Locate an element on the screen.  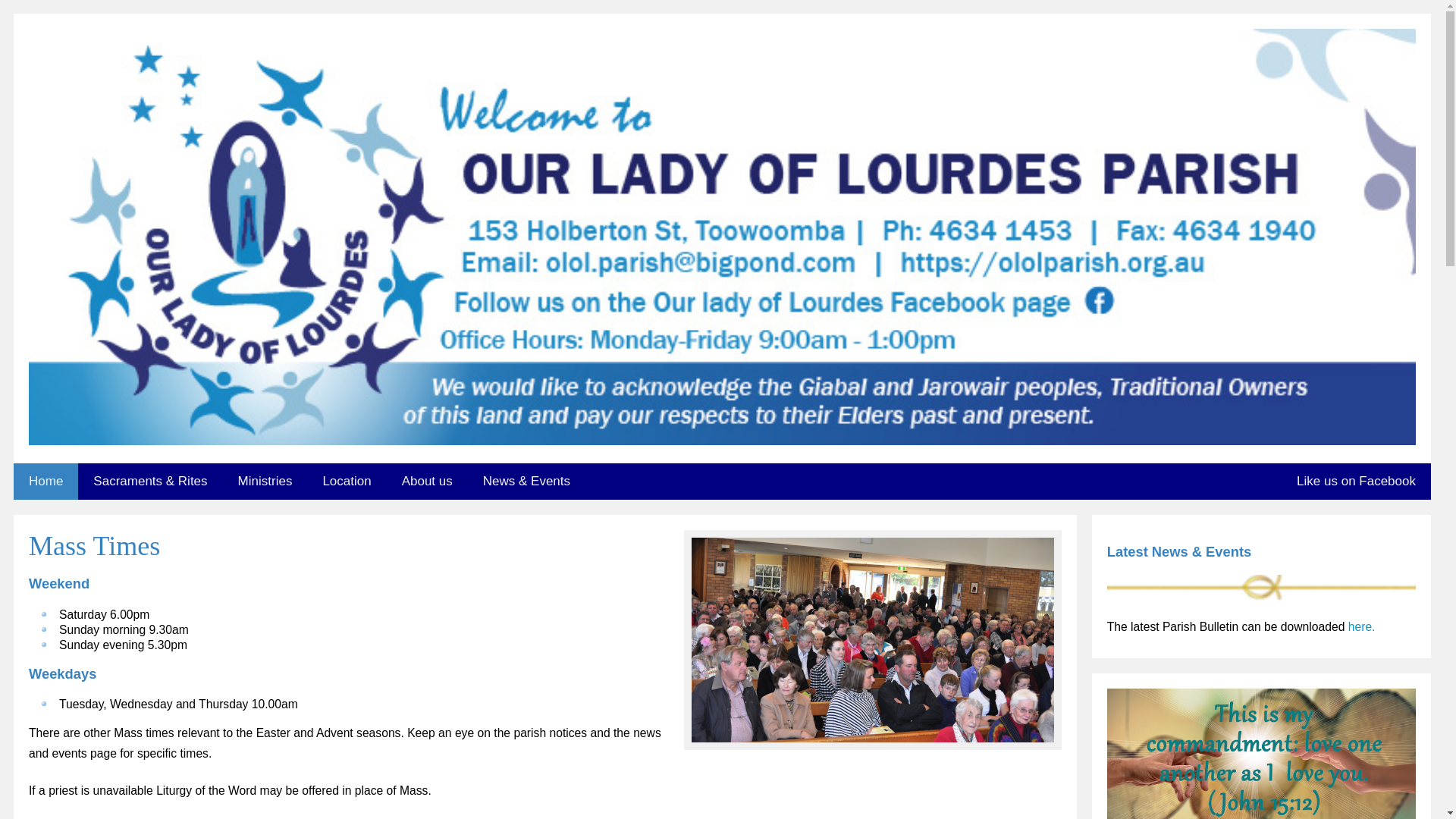
'Like us on Facebook' is located at coordinates (1356, 482).